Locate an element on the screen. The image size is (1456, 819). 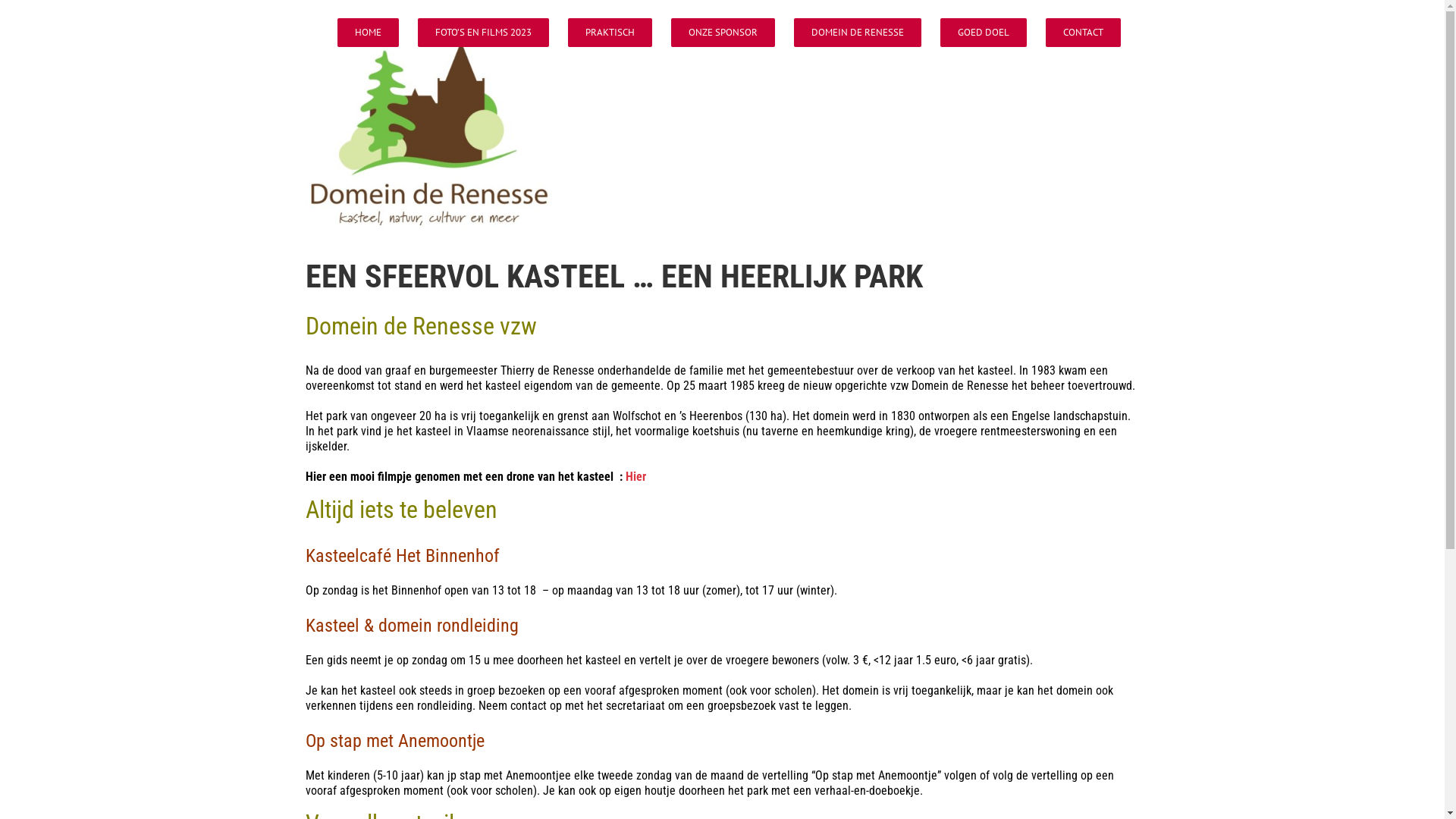
'HOME' is located at coordinates (336, 32).